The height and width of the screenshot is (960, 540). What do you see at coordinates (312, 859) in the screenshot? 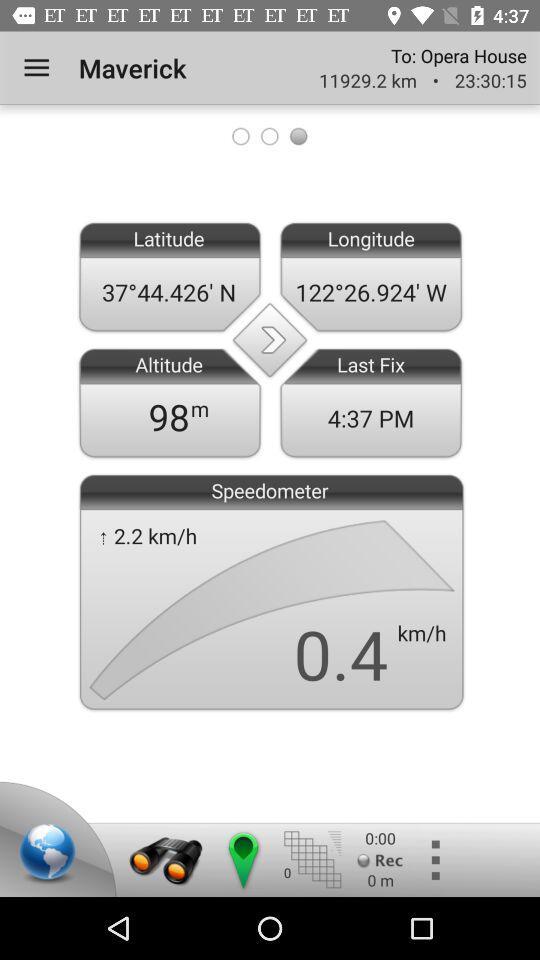
I see `open menu` at bounding box center [312, 859].